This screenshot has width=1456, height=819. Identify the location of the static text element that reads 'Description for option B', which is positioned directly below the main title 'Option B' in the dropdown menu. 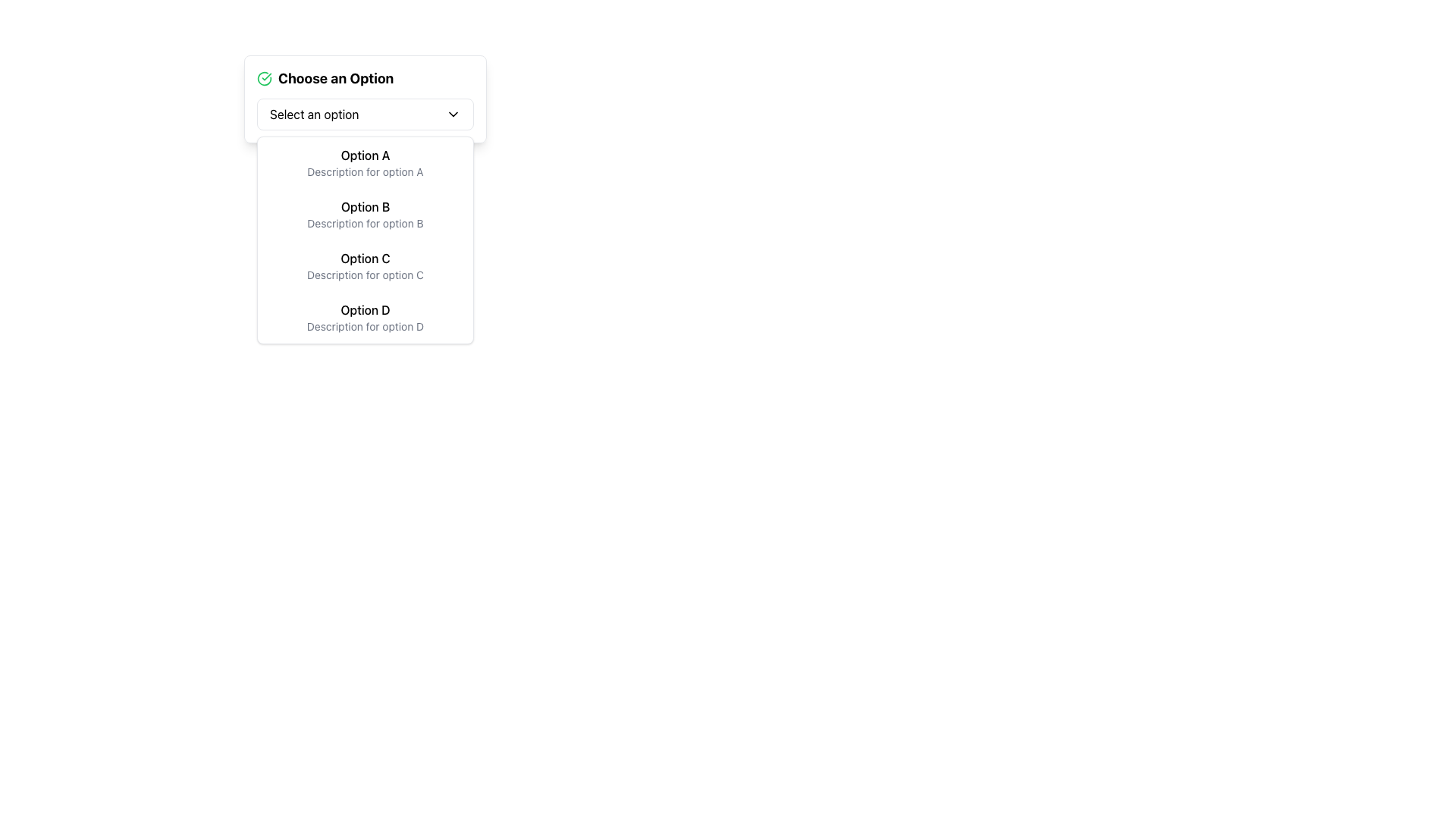
(365, 223).